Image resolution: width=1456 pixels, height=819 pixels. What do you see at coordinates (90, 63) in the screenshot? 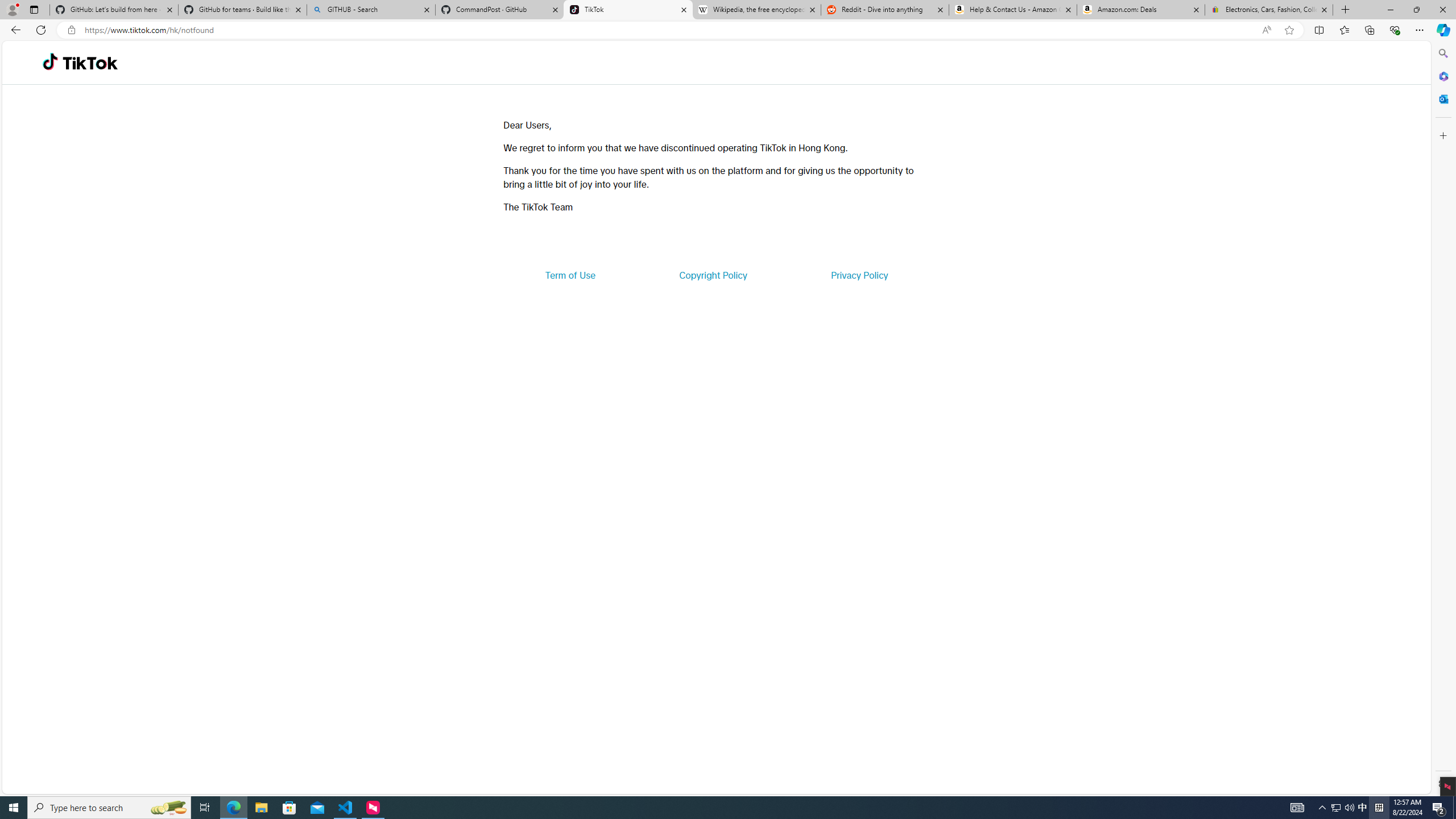
I see `'TikTok'` at bounding box center [90, 63].